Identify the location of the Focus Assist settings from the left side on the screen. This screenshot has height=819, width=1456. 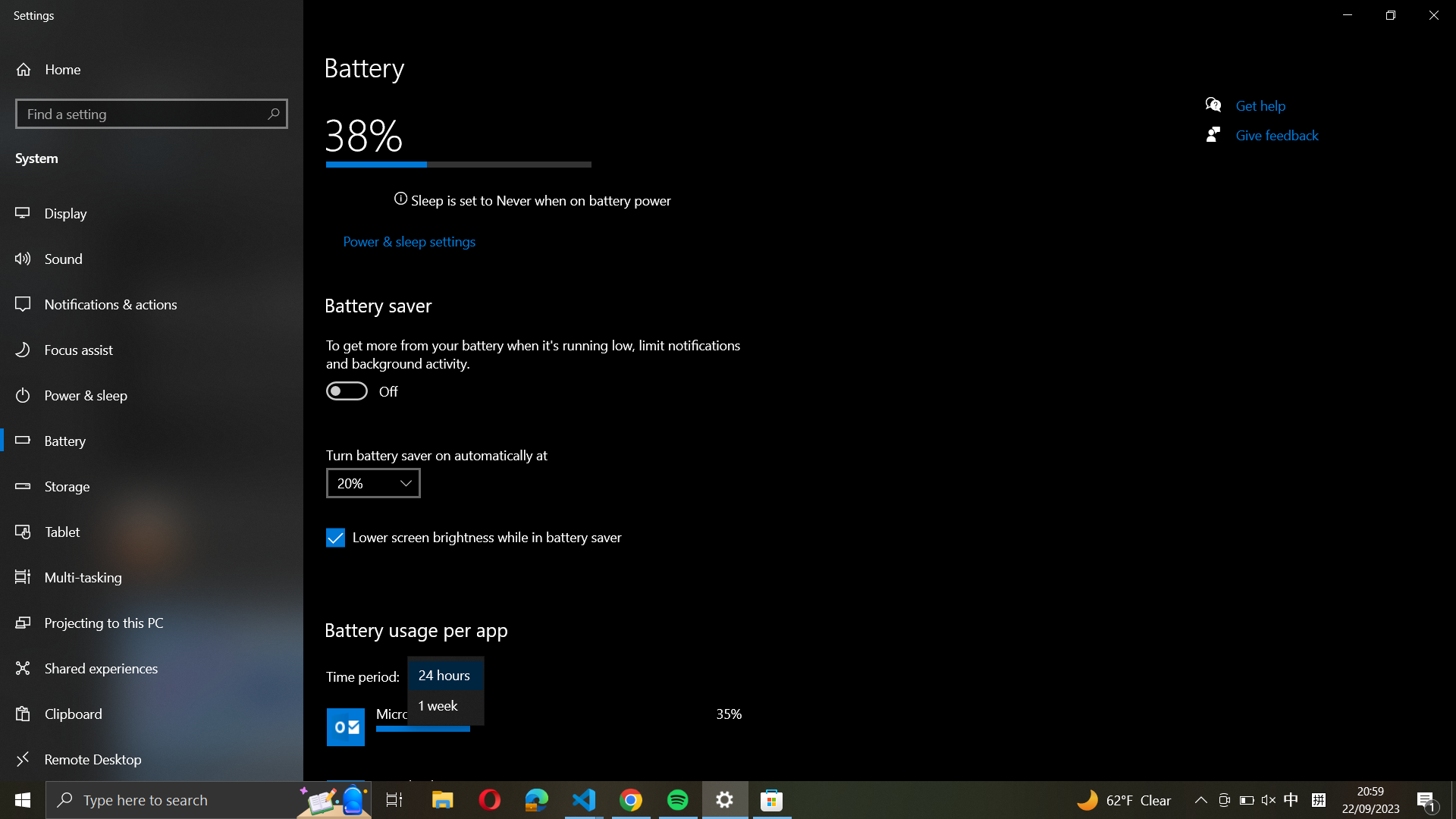
(153, 350).